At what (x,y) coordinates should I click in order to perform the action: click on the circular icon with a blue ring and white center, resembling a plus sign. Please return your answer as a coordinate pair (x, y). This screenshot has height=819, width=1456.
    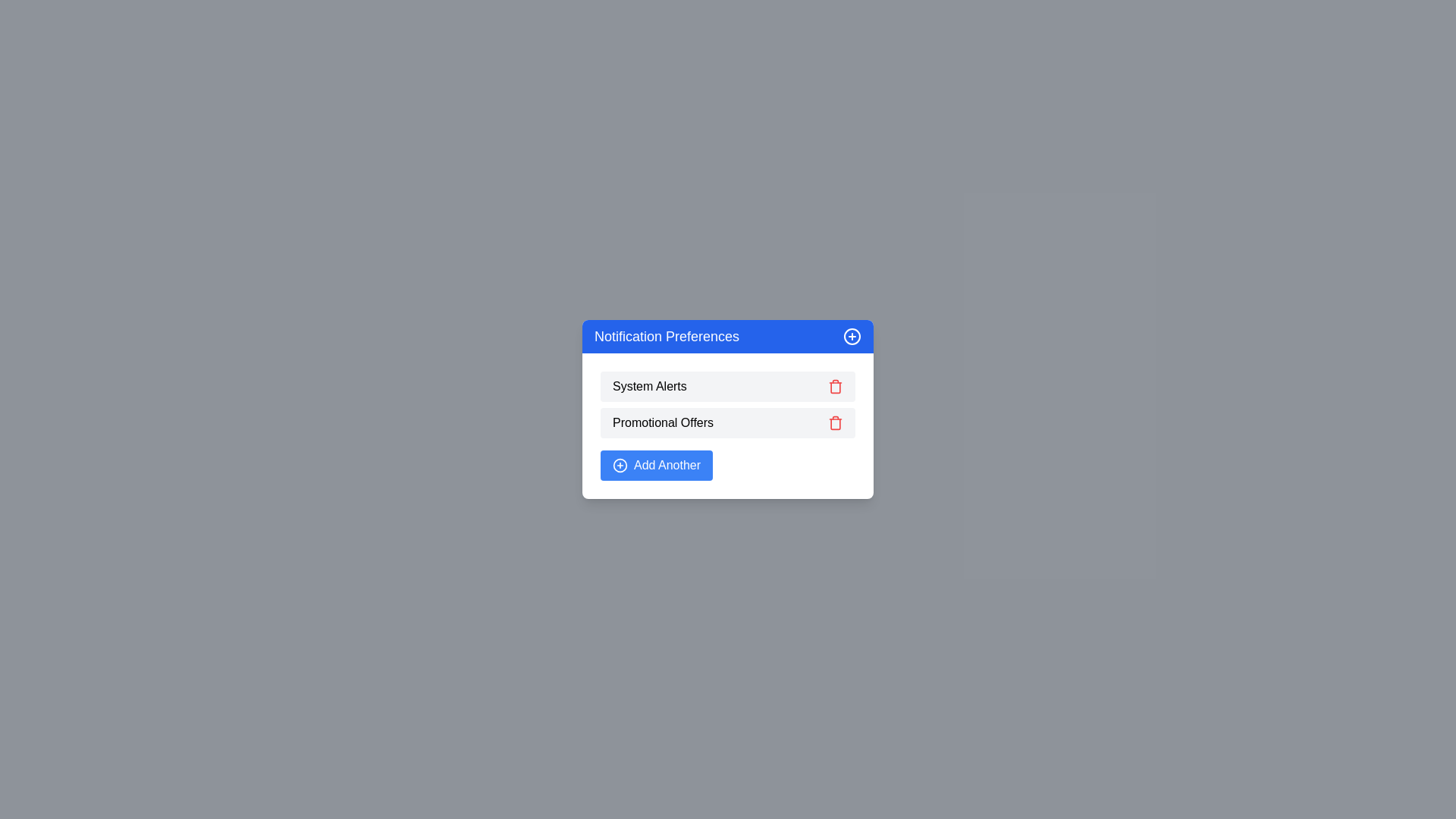
    Looking at the image, I should click on (852, 335).